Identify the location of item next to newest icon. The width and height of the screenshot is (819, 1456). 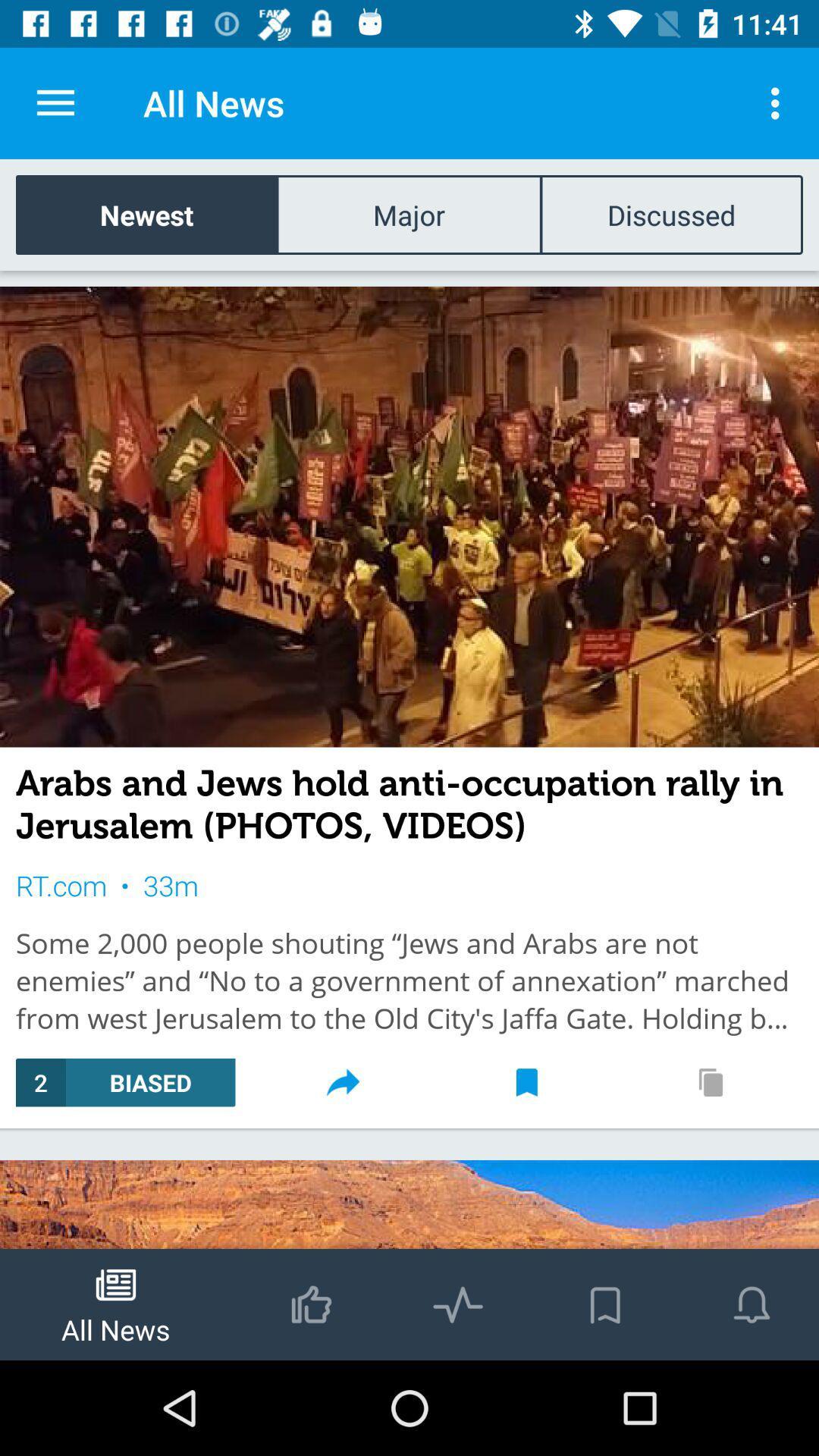
(408, 214).